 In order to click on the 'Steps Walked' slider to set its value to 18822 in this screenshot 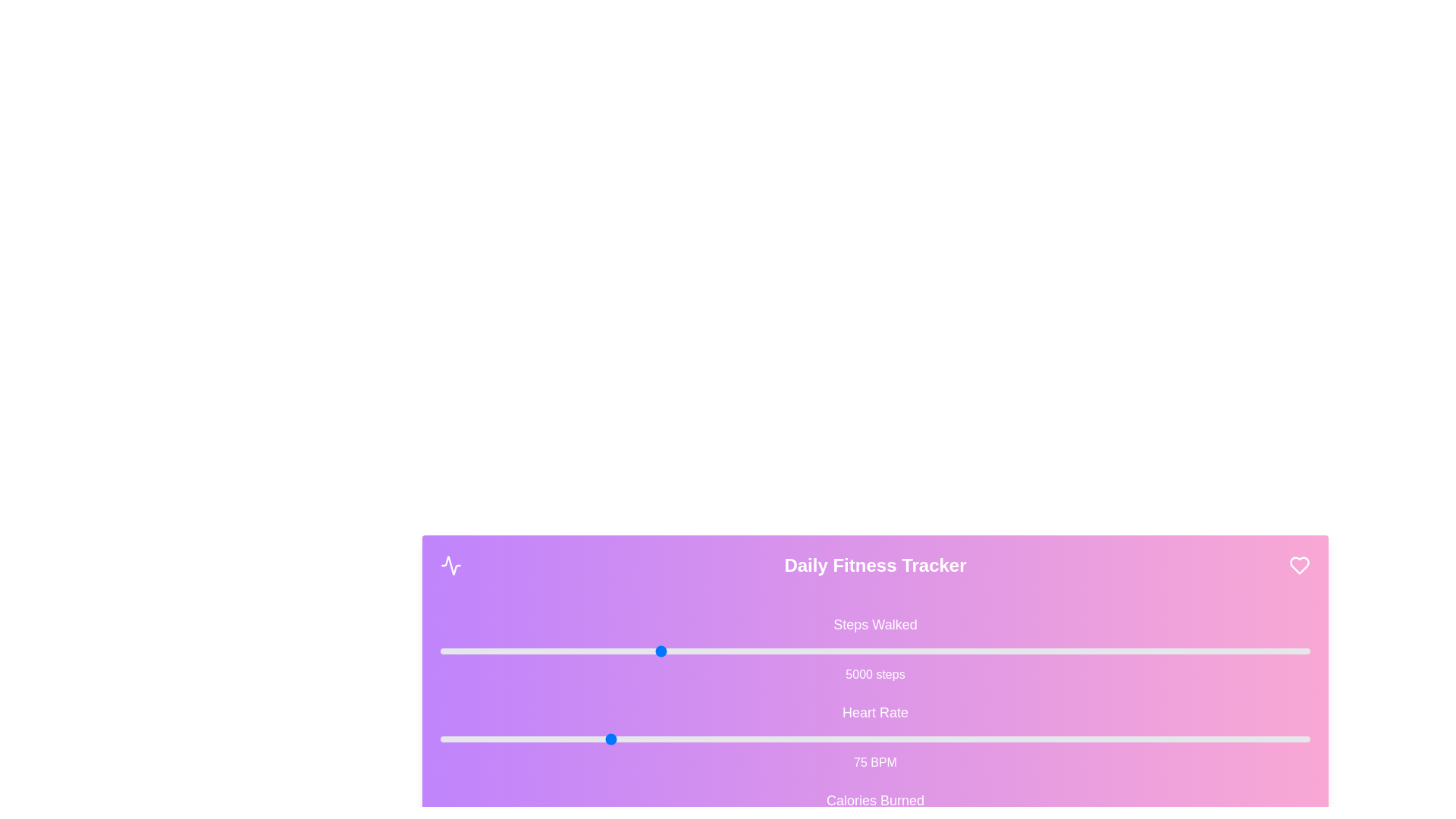, I will do `click(1259, 651)`.